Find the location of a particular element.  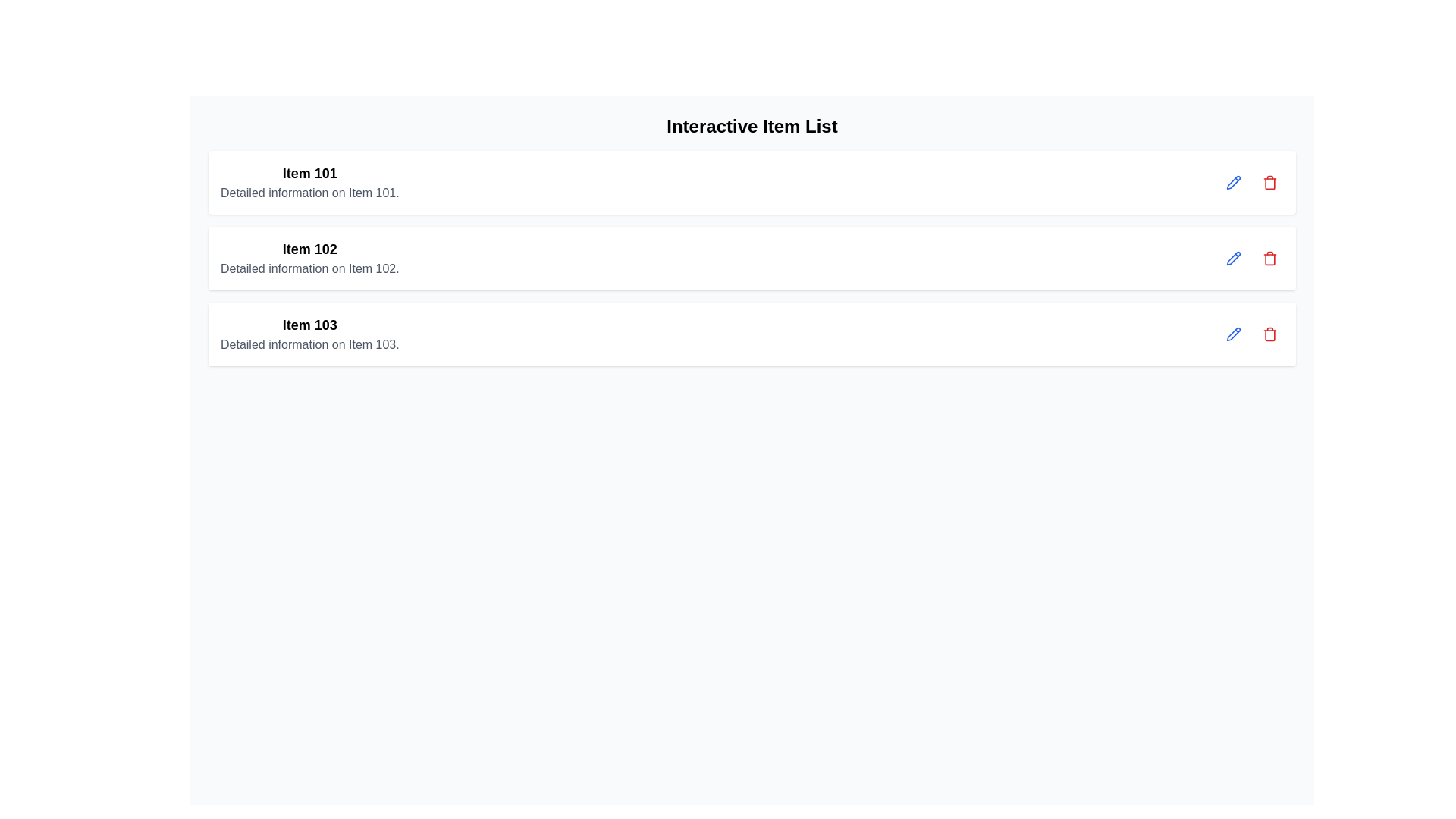

the edit button located to the right of 'Item 103' to initiate editing of the associated item is located at coordinates (1234, 332).